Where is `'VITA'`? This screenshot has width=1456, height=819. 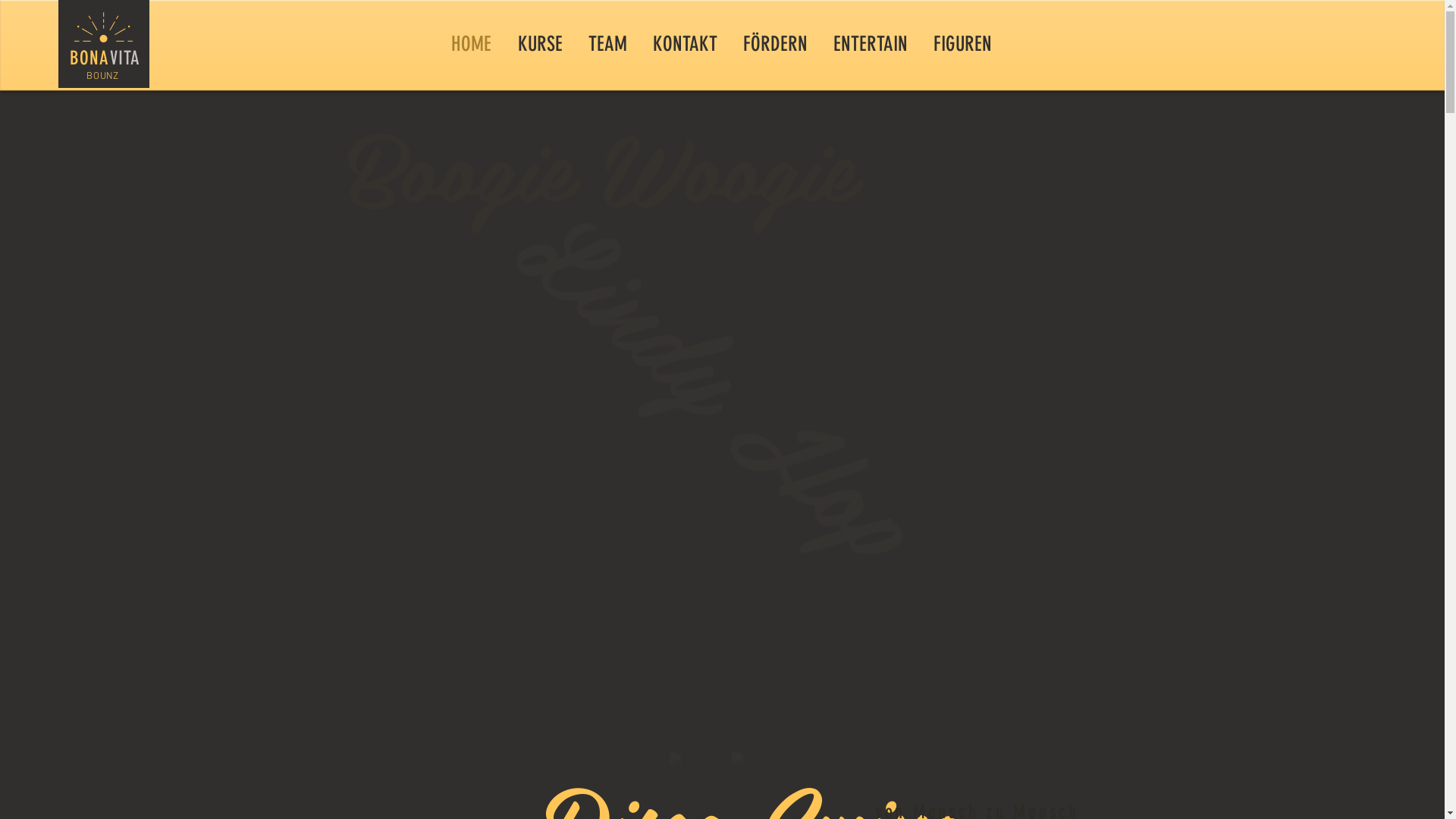
'VITA' is located at coordinates (124, 57).